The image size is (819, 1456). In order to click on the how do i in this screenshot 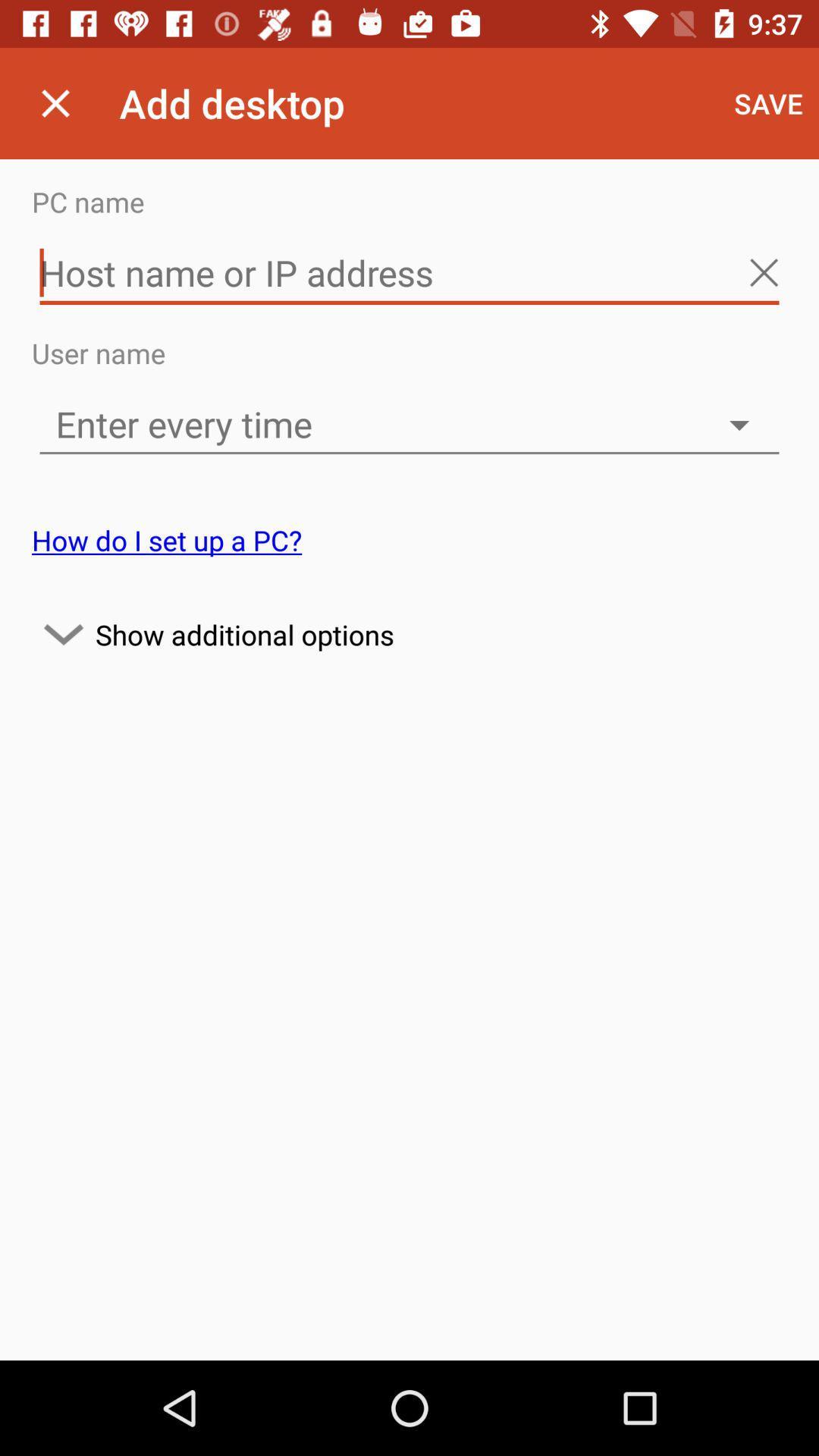, I will do `click(167, 540)`.